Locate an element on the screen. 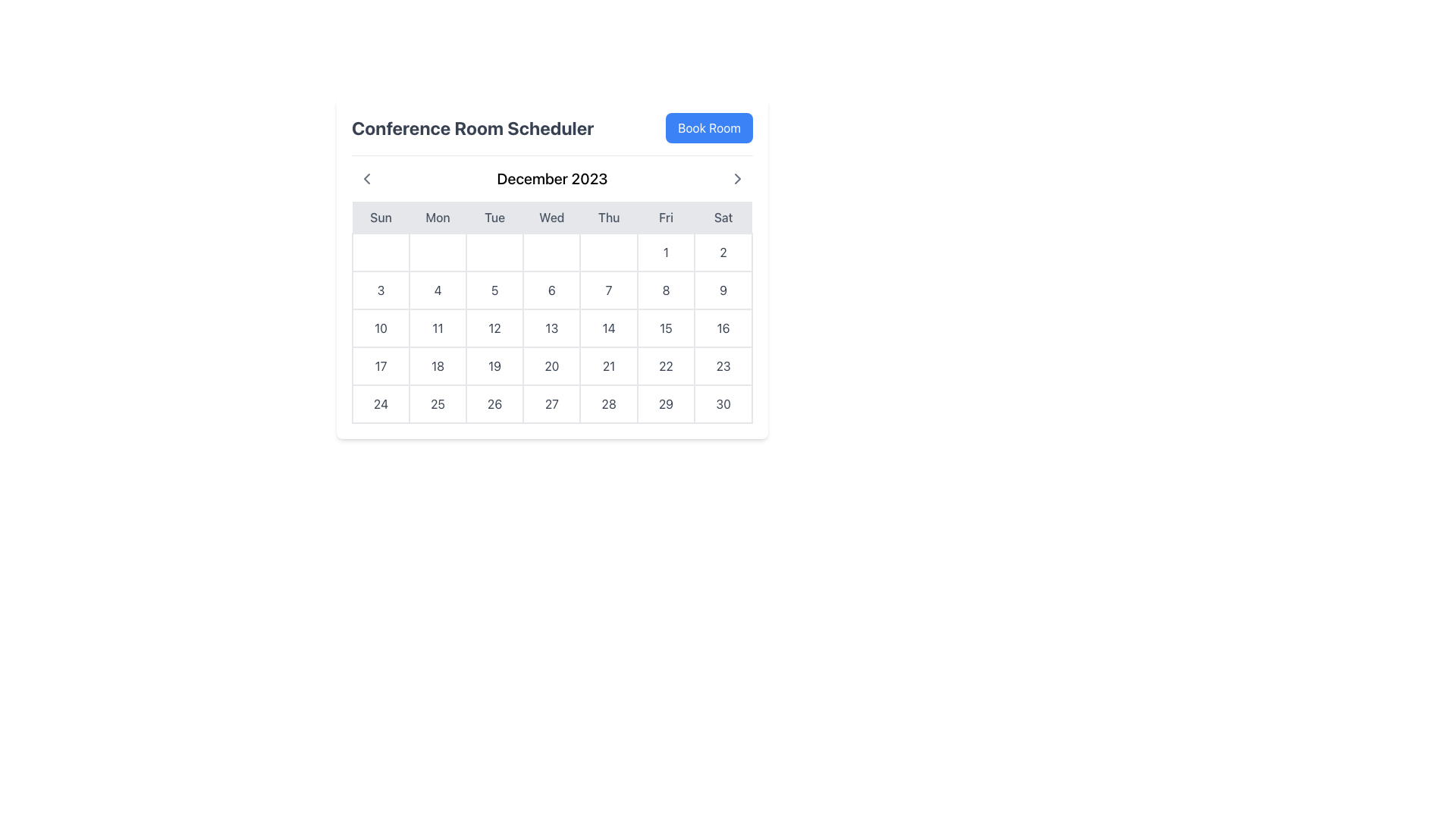 This screenshot has height=819, width=1456. the Static header row of the calendar that labels the days of the week for December 2023 is located at coordinates (551, 218).